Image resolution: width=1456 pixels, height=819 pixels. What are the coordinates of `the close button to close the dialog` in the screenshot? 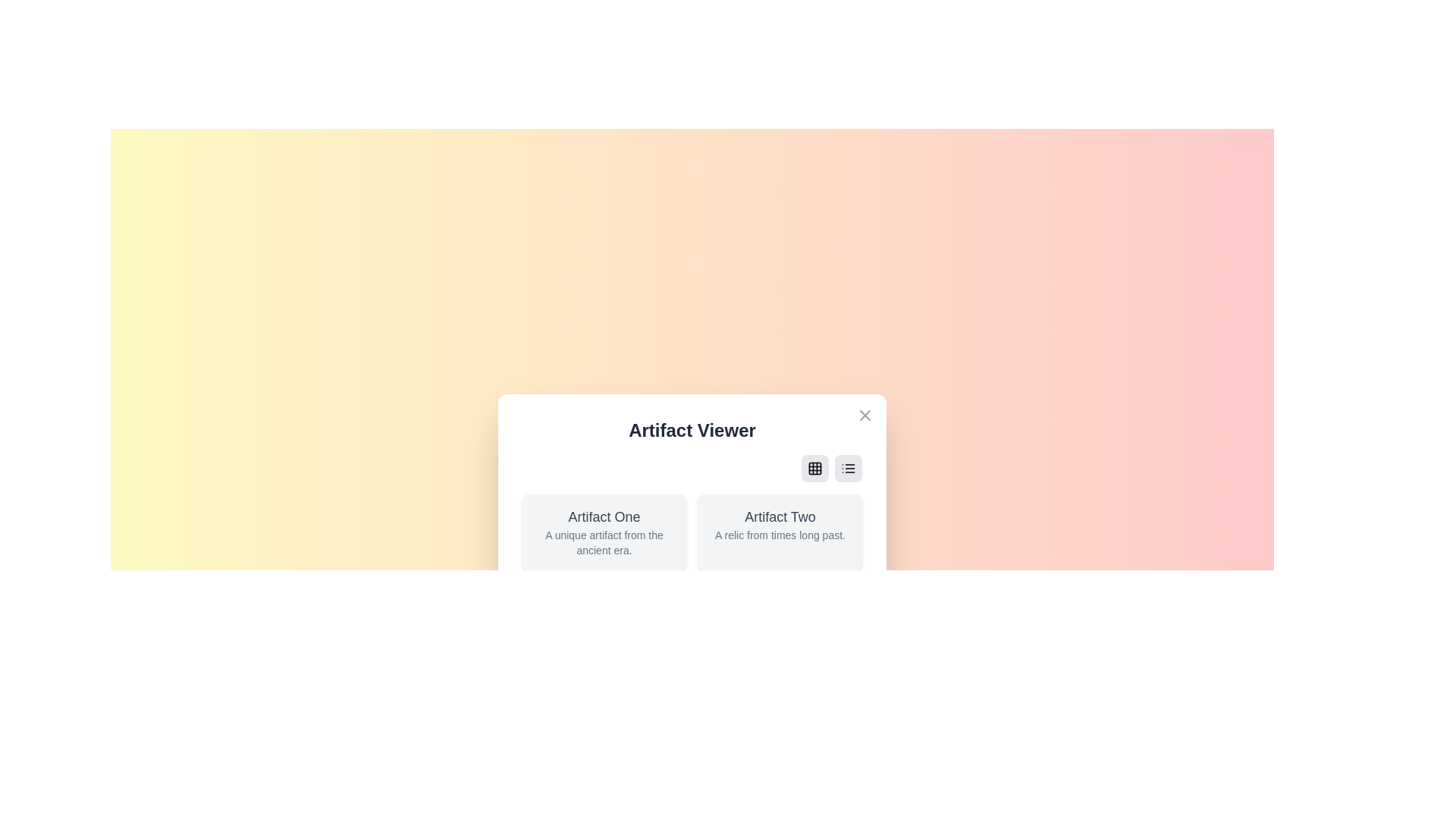 It's located at (865, 415).